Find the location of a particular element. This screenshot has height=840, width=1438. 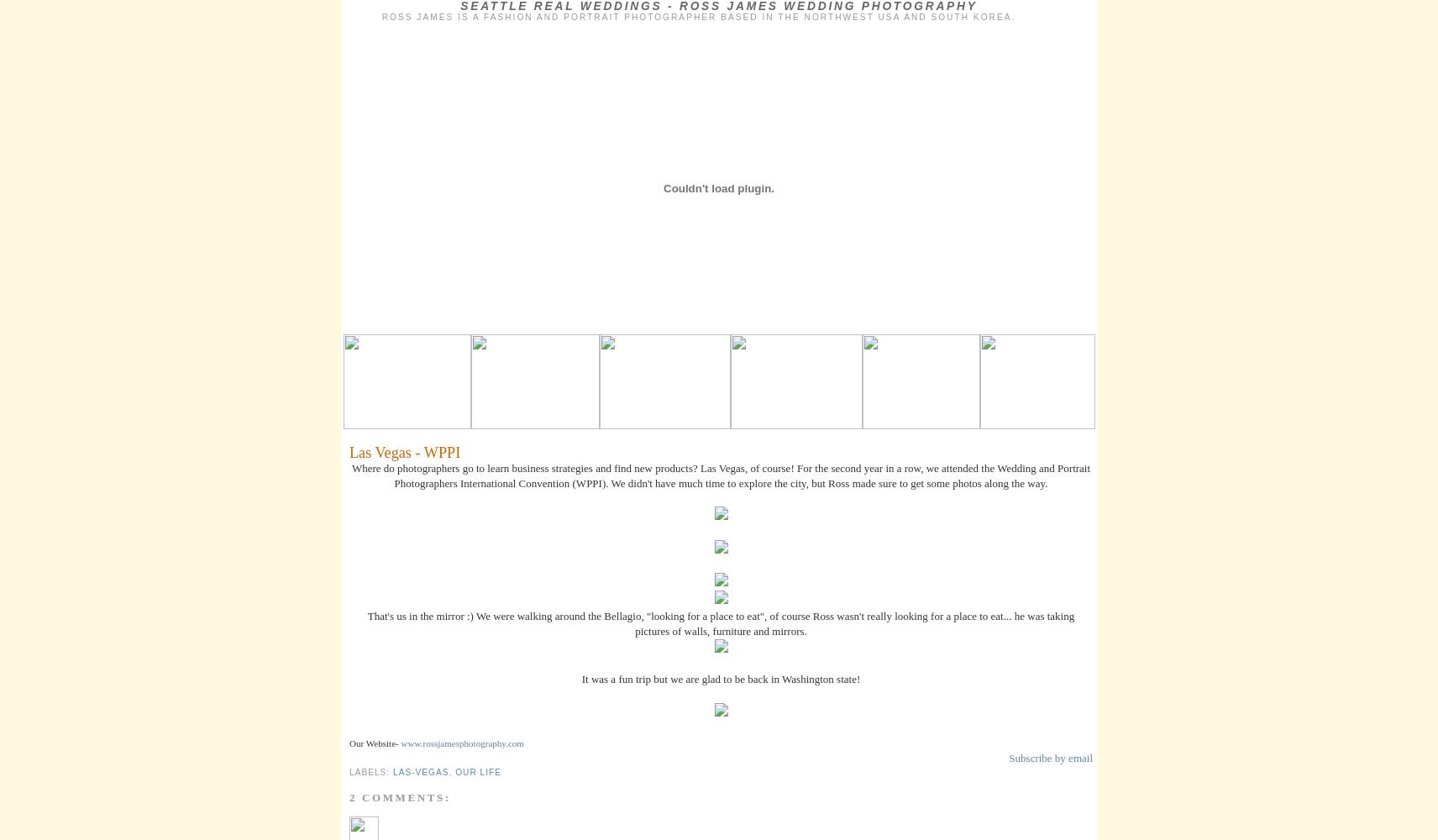

'Labels:' is located at coordinates (370, 772).